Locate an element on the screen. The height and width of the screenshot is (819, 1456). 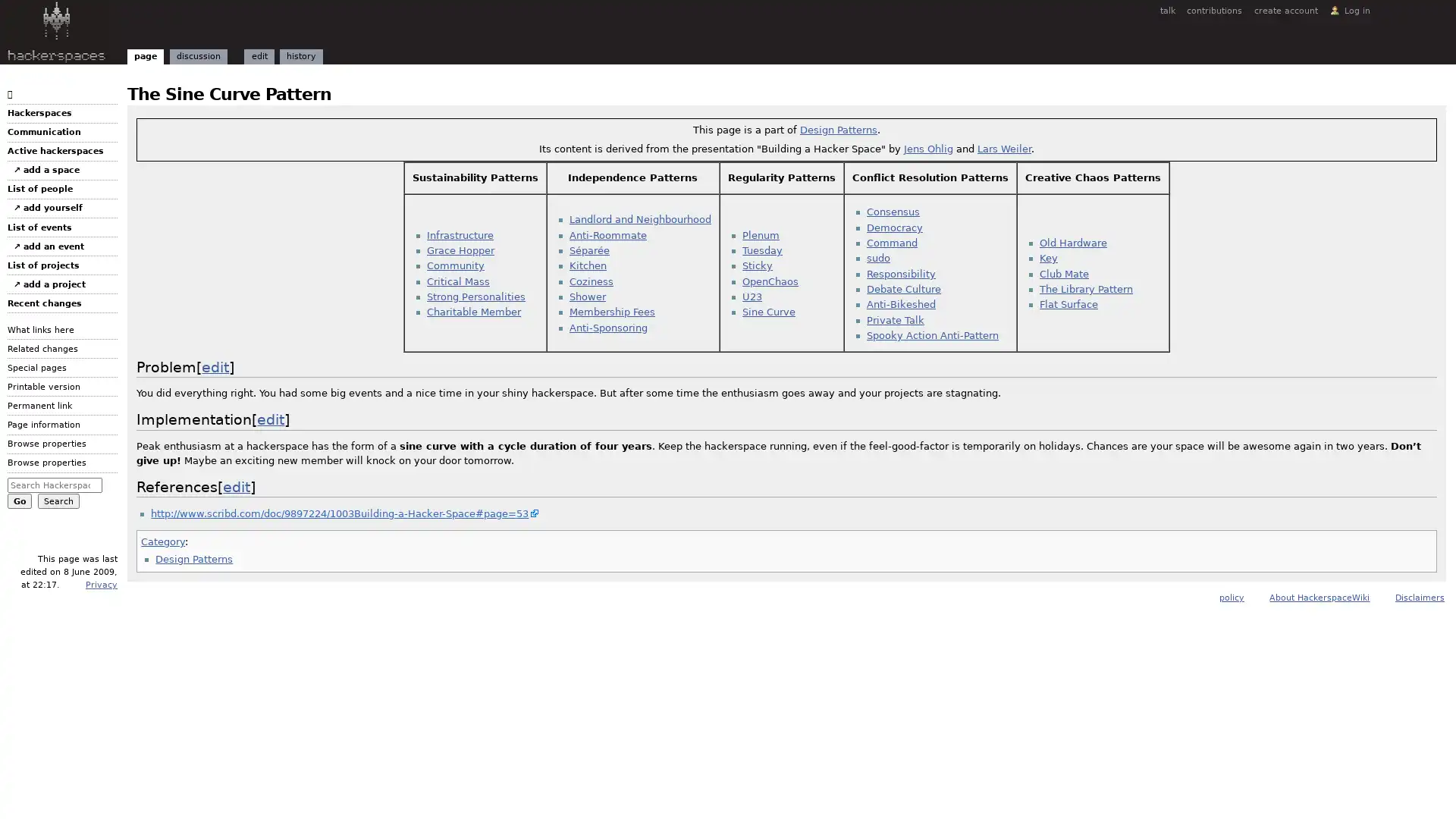
Search is located at coordinates (58, 500).